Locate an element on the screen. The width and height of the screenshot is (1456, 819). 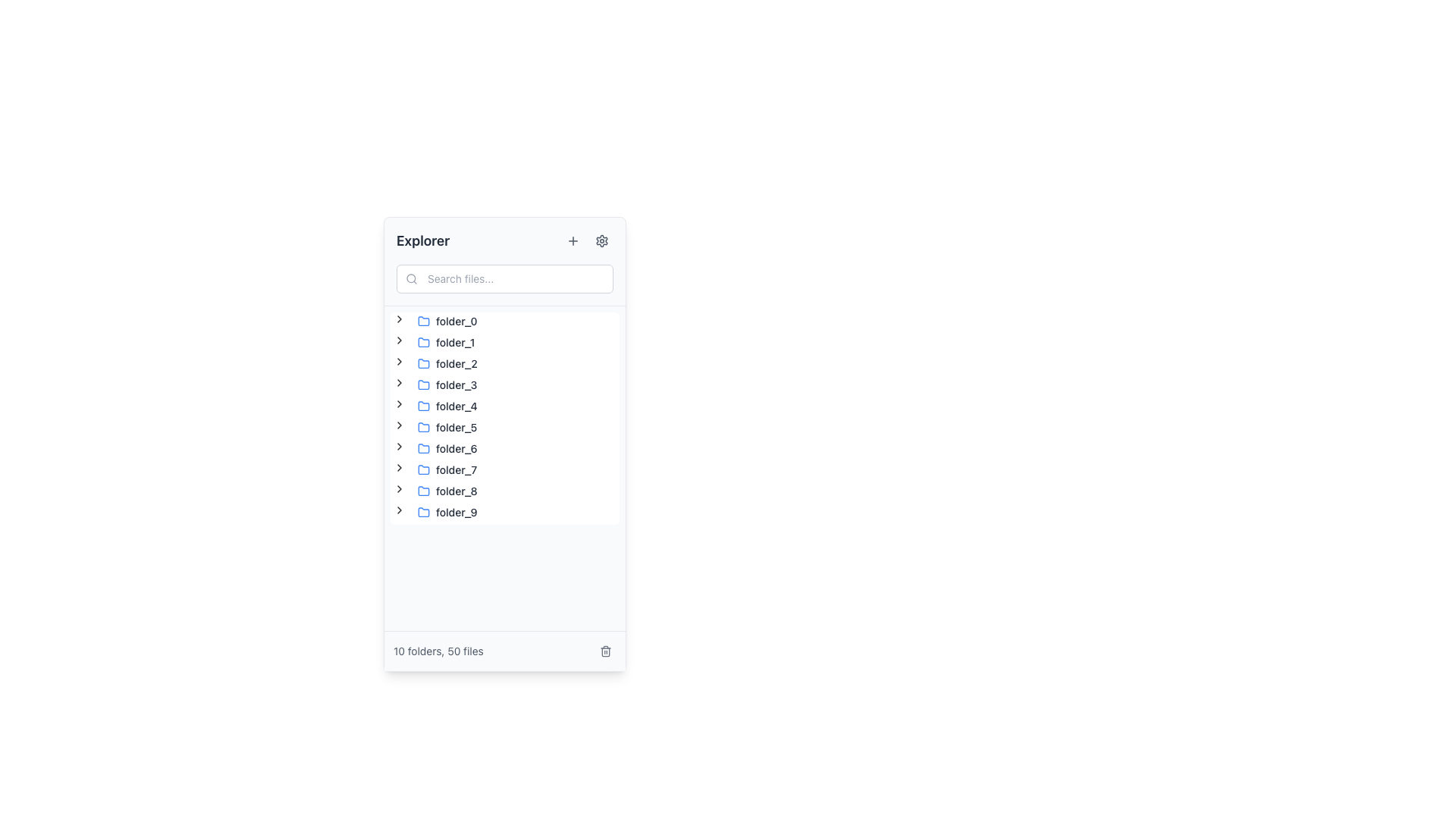
the search functionality by clicking the decorative circle icon within the Explorer's search bar is located at coordinates (411, 278).